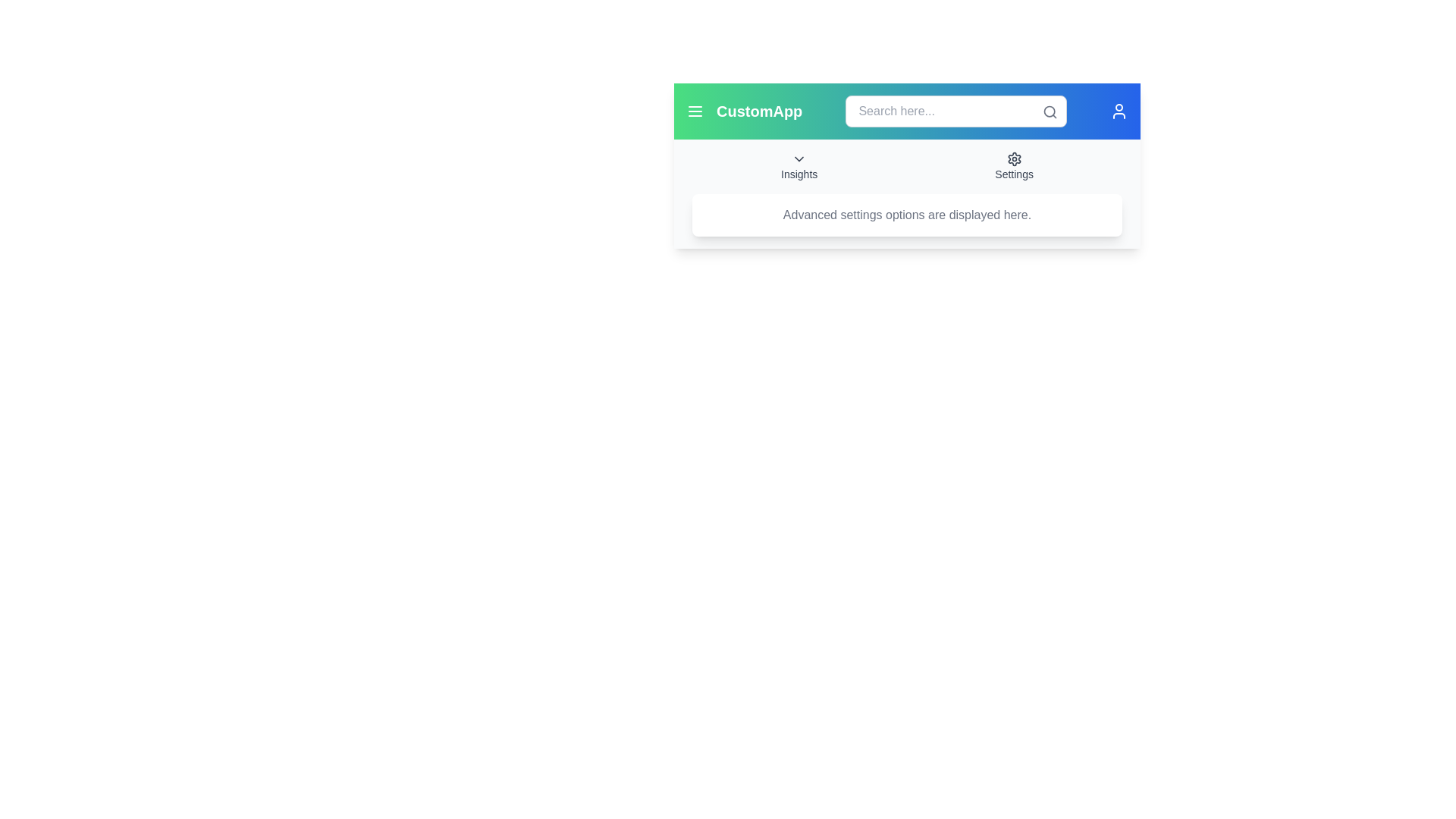  What do you see at coordinates (1014, 166) in the screenshot?
I see `the 'Settings' button, which consists of a gear icon and the text 'Settings' beneath it, located near the top-right side of the menu bar` at bounding box center [1014, 166].